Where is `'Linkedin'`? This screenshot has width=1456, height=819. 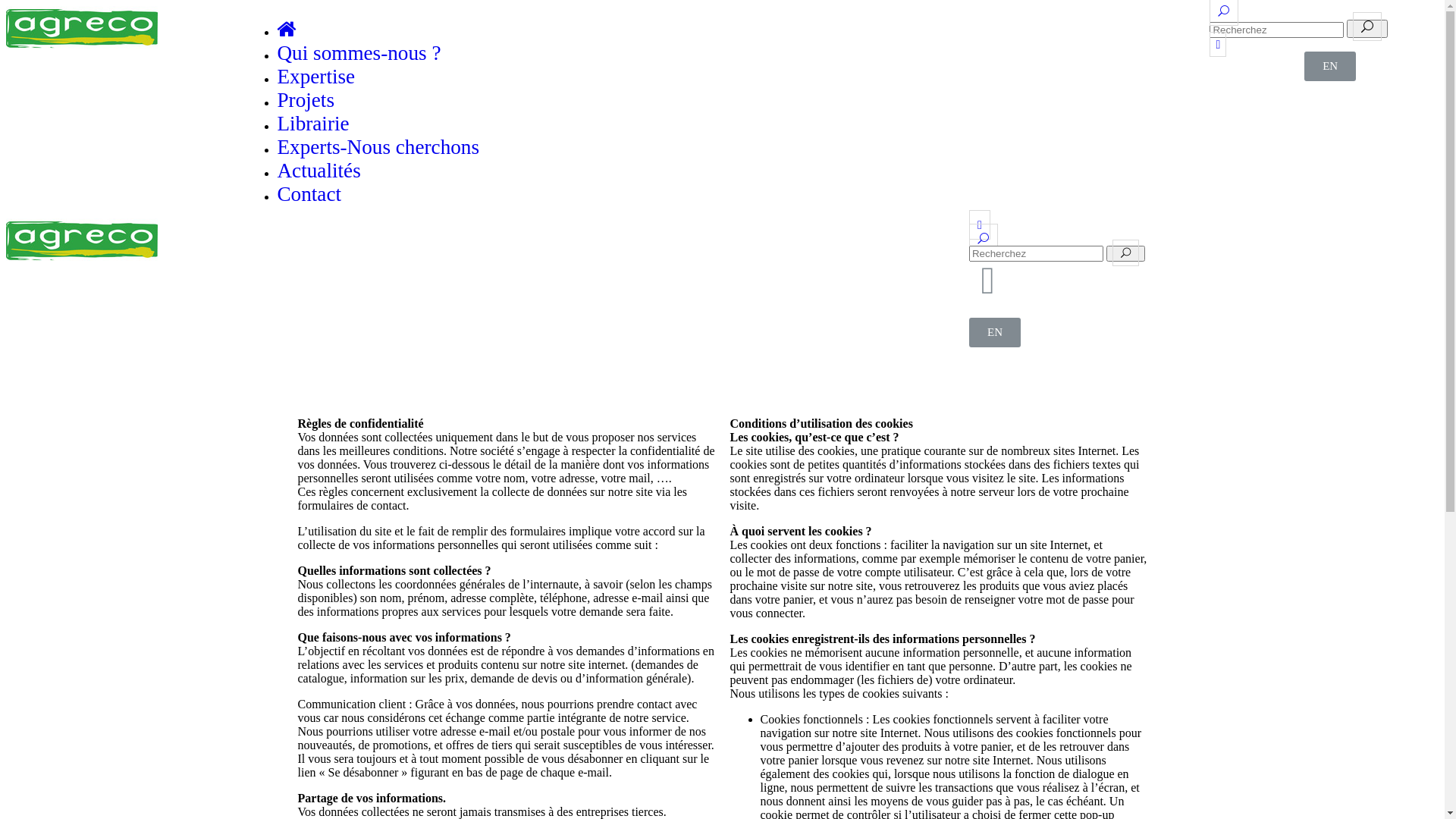
'Linkedin' is located at coordinates (290, 173).